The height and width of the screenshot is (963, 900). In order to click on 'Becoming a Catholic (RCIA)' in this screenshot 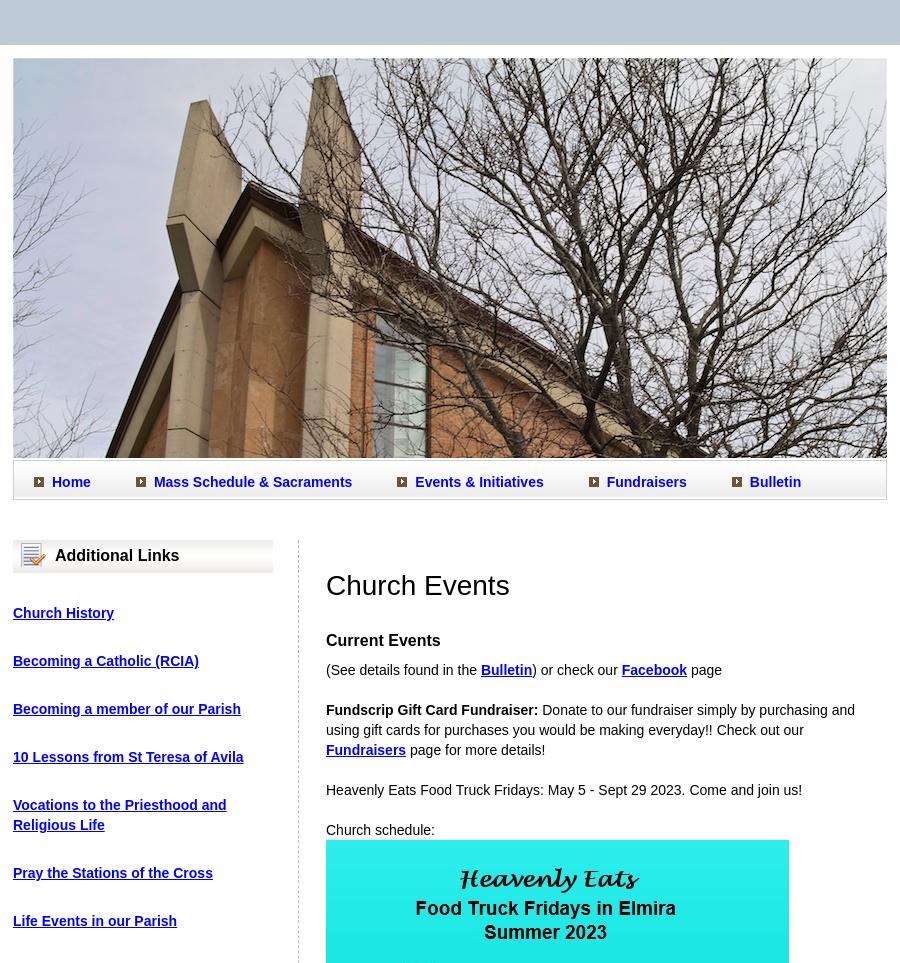, I will do `click(11, 661)`.